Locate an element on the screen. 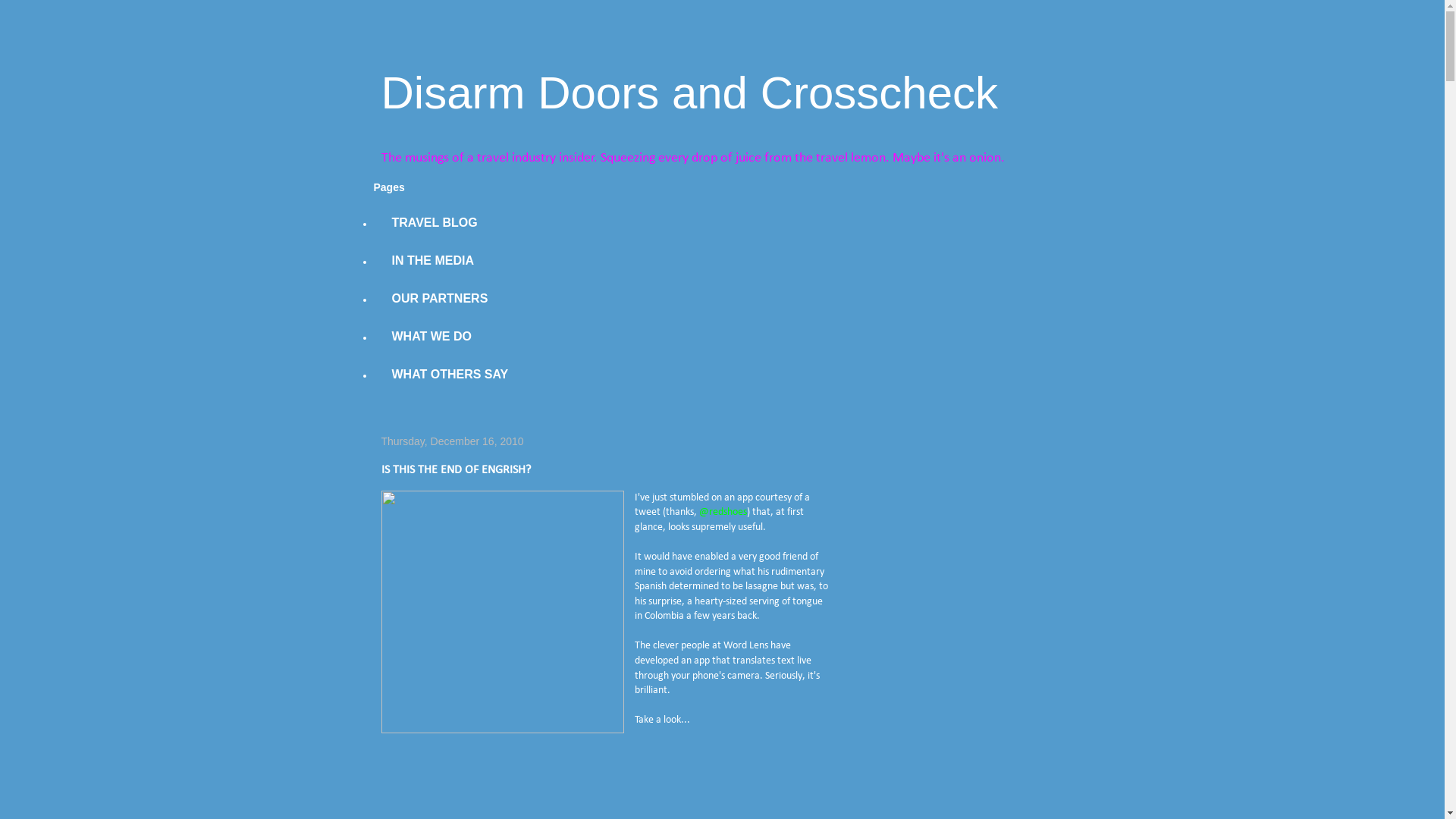  'WHAT OTHERS SAY' is located at coordinates (449, 374).